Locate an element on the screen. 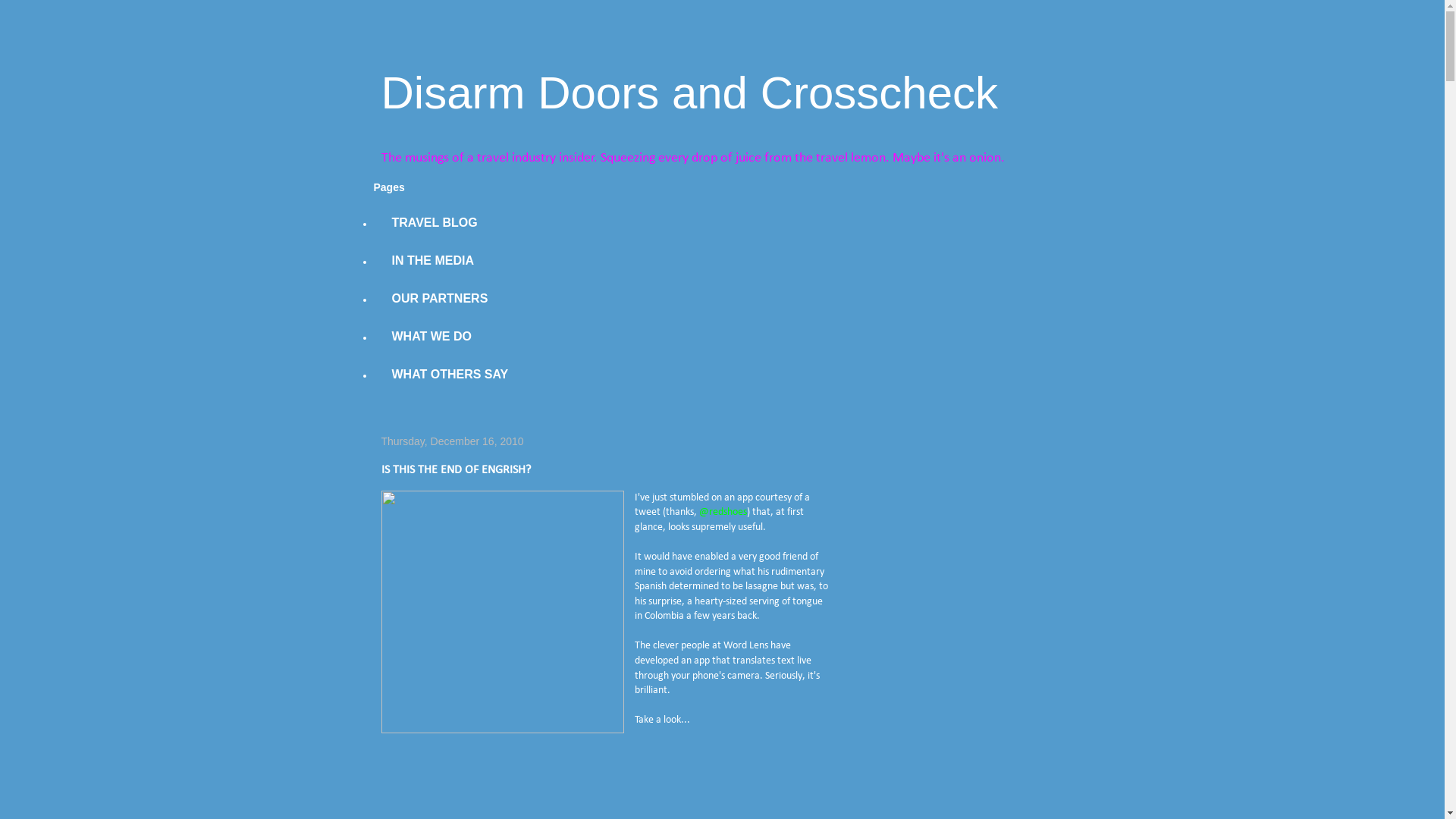  'WHAT OTHERS SAY' is located at coordinates (449, 374).